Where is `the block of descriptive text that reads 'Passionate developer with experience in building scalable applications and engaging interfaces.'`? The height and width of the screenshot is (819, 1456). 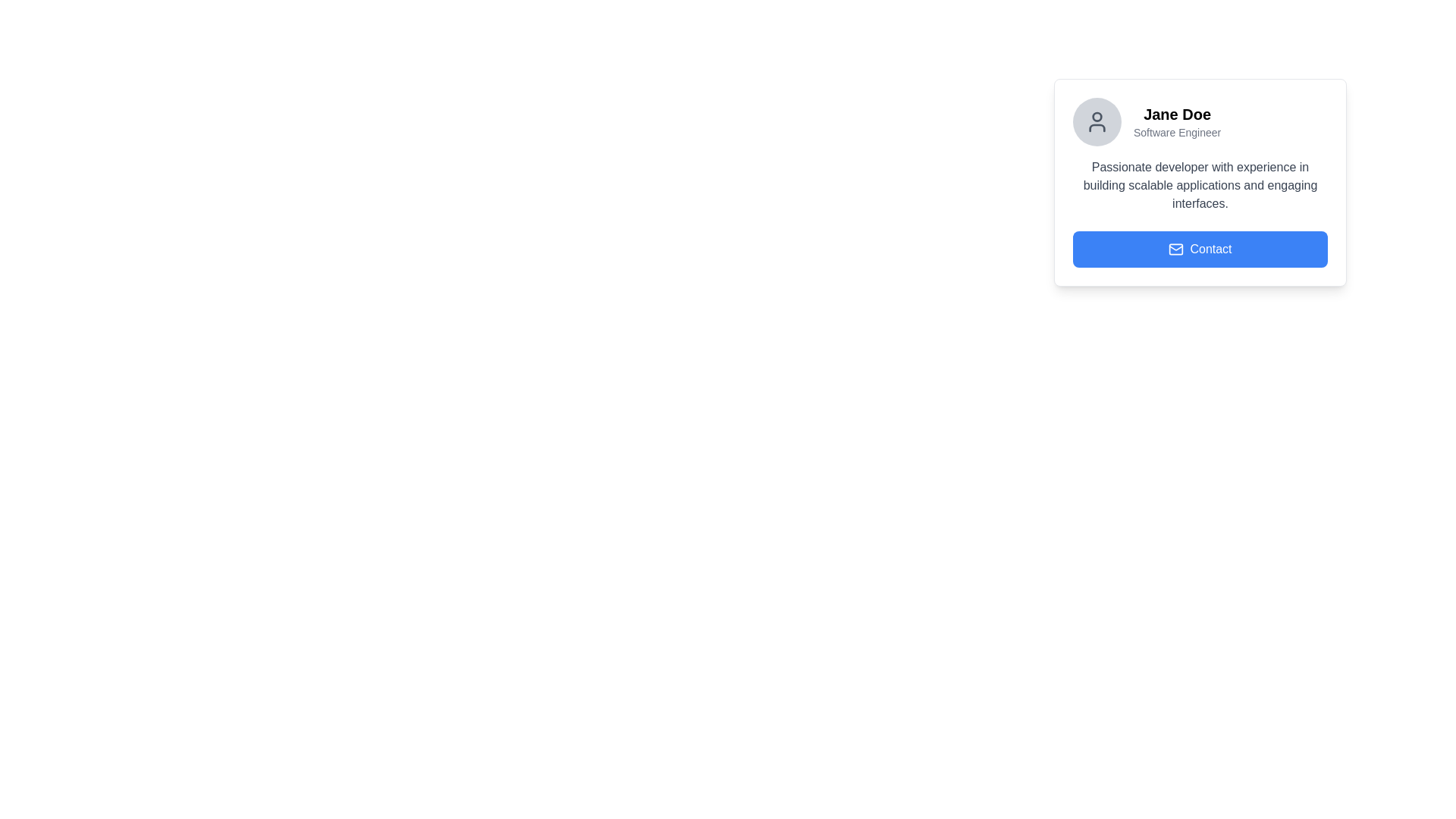 the block of descriptive text that reads 'Passionate developer with experience in building scalable applications and engaging interfaces.' is located at coordinates (1200, 185).